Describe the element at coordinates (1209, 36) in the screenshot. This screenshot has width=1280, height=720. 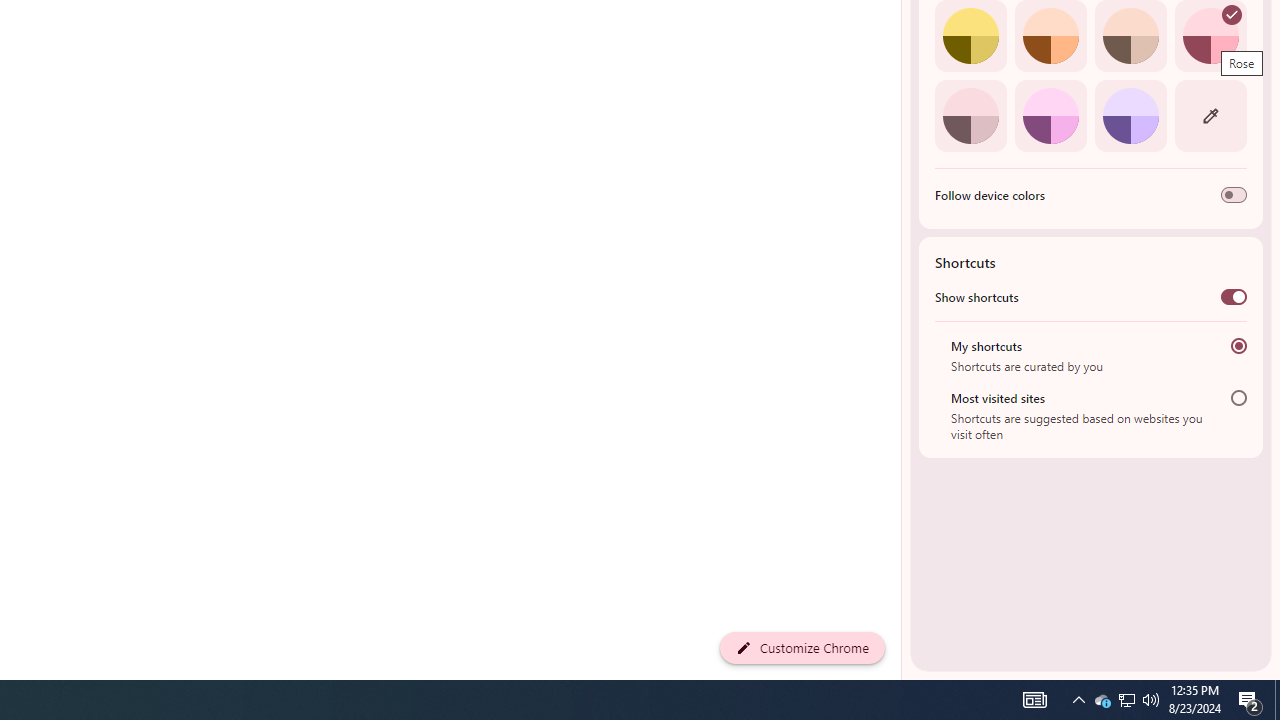
I see `'Rose'` at that location.